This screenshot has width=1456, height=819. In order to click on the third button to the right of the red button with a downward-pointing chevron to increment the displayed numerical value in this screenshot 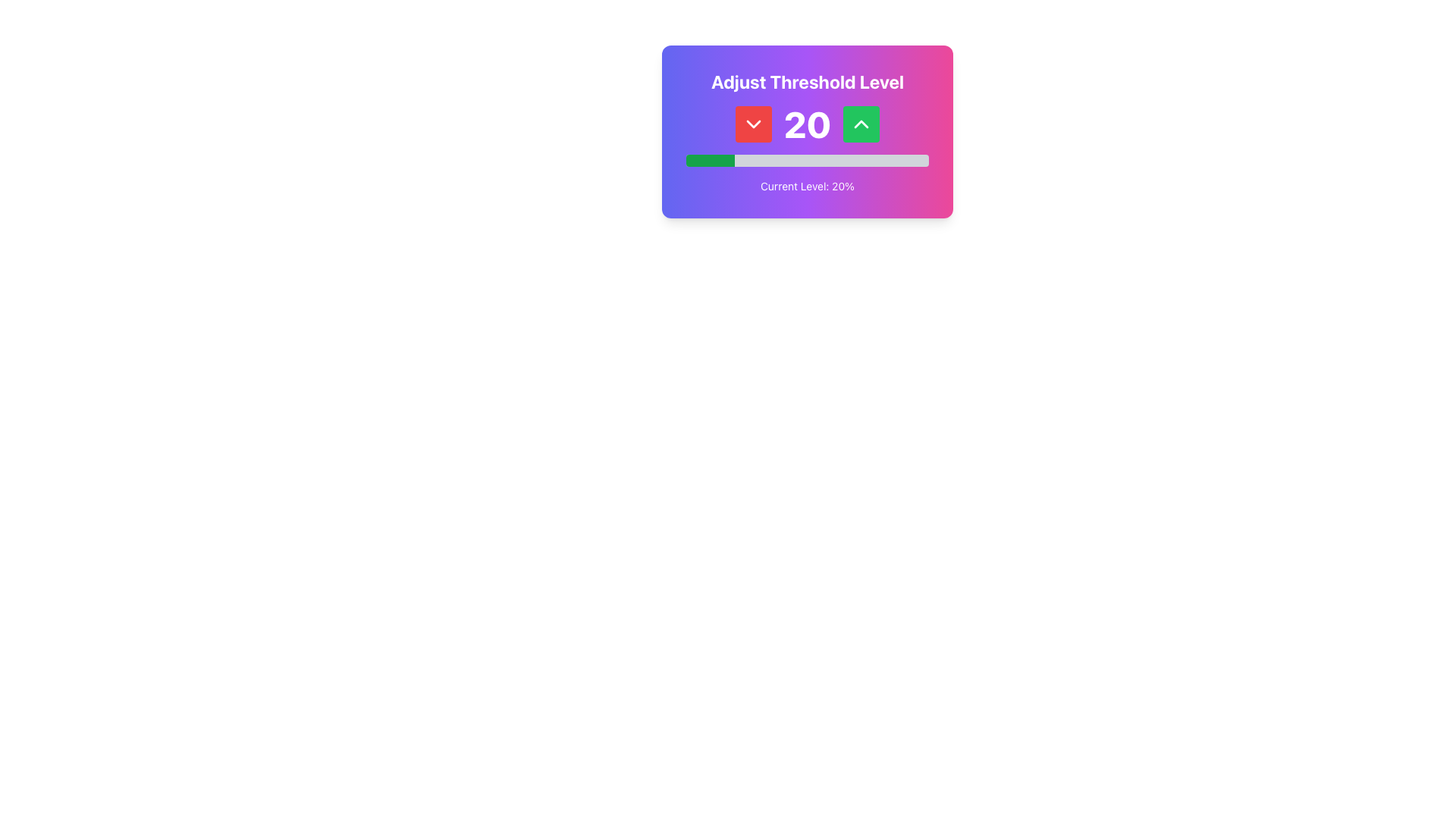, I will do `click(861, 124)`.